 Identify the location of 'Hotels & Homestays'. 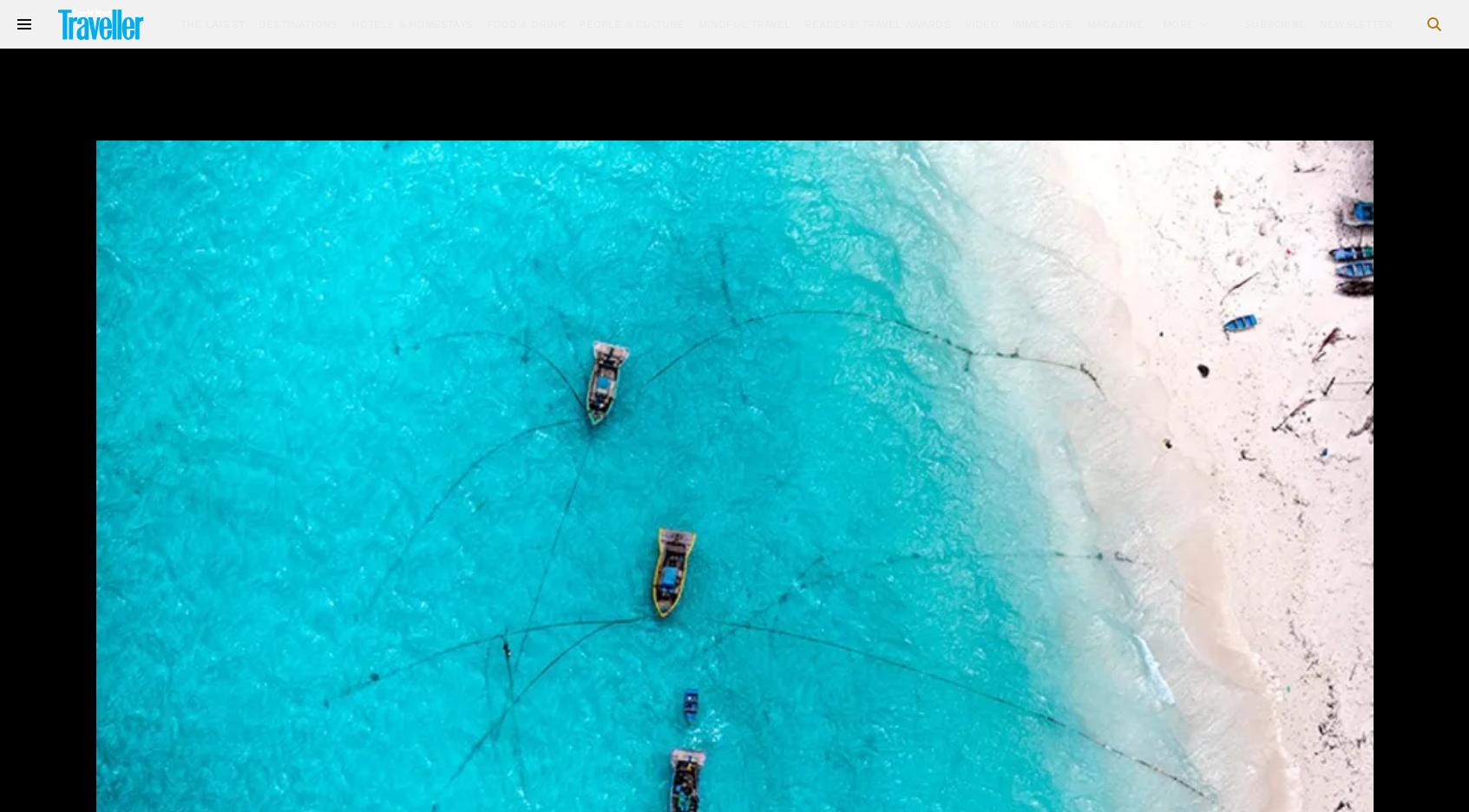
(350, 23).